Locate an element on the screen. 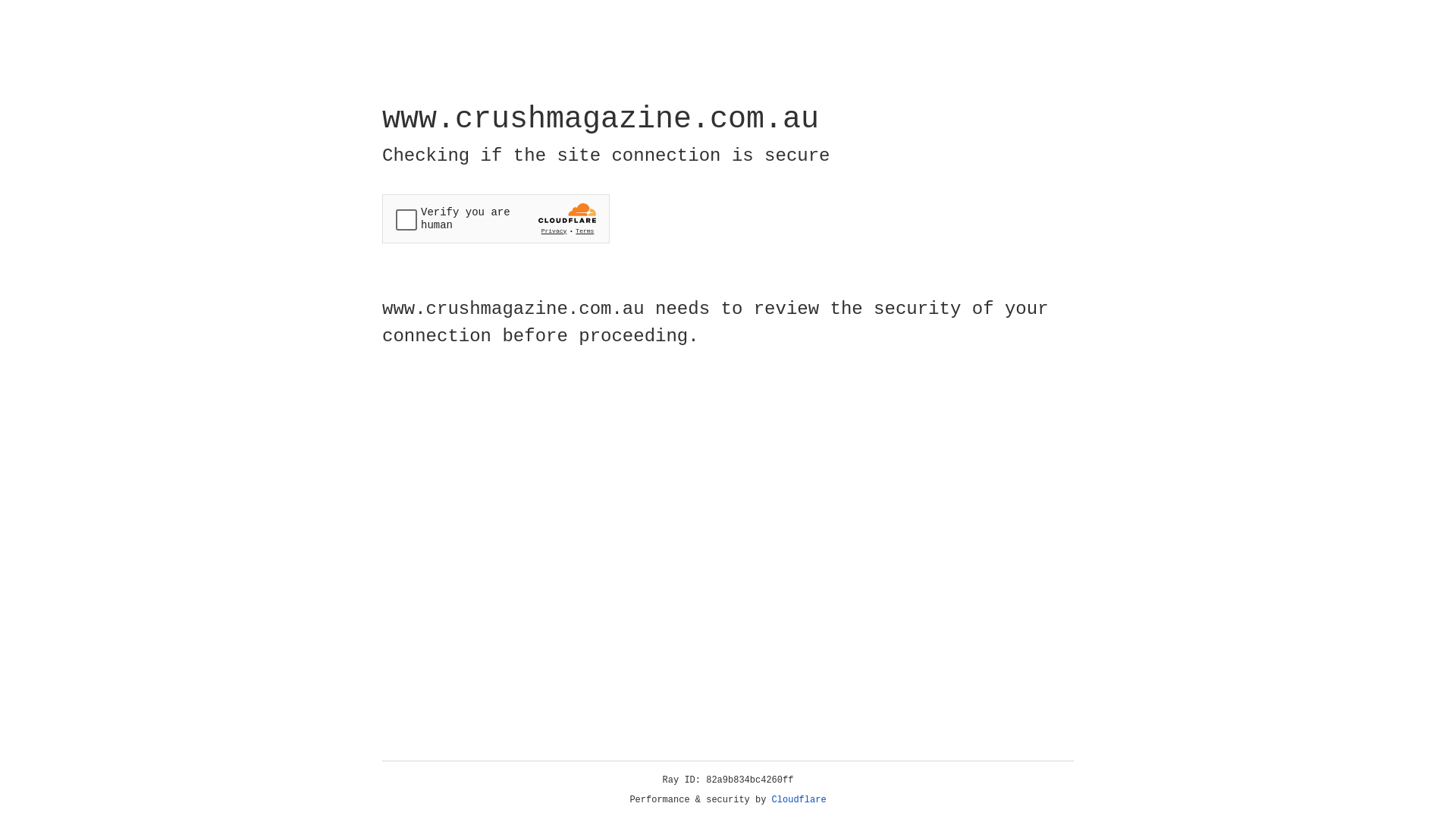 This screenshot has height=819, width=1456. 'Cloudflare' is located at coordinates (799, 799).